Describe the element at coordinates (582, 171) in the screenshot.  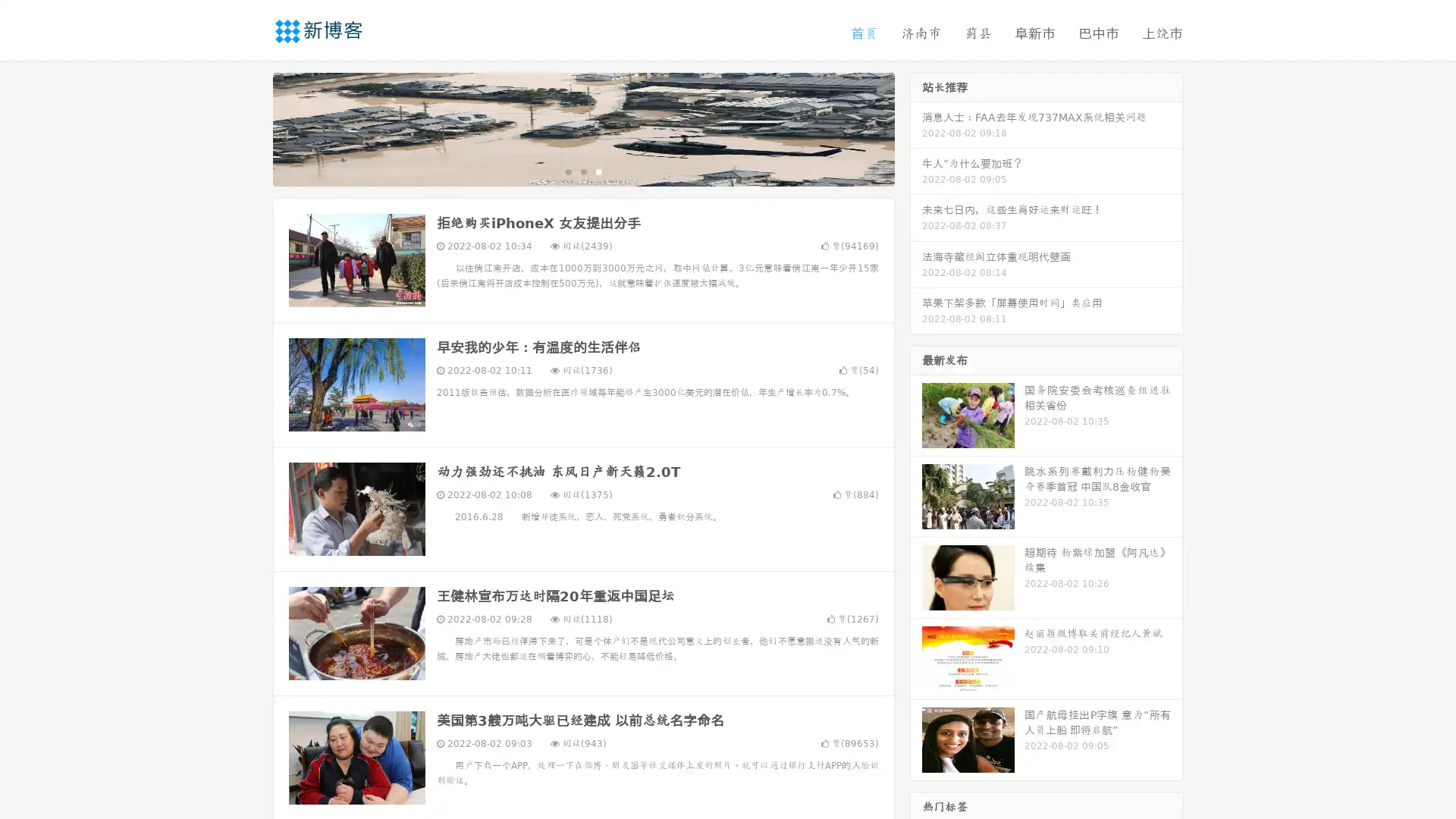
I see `Go to slide 2` at that location.